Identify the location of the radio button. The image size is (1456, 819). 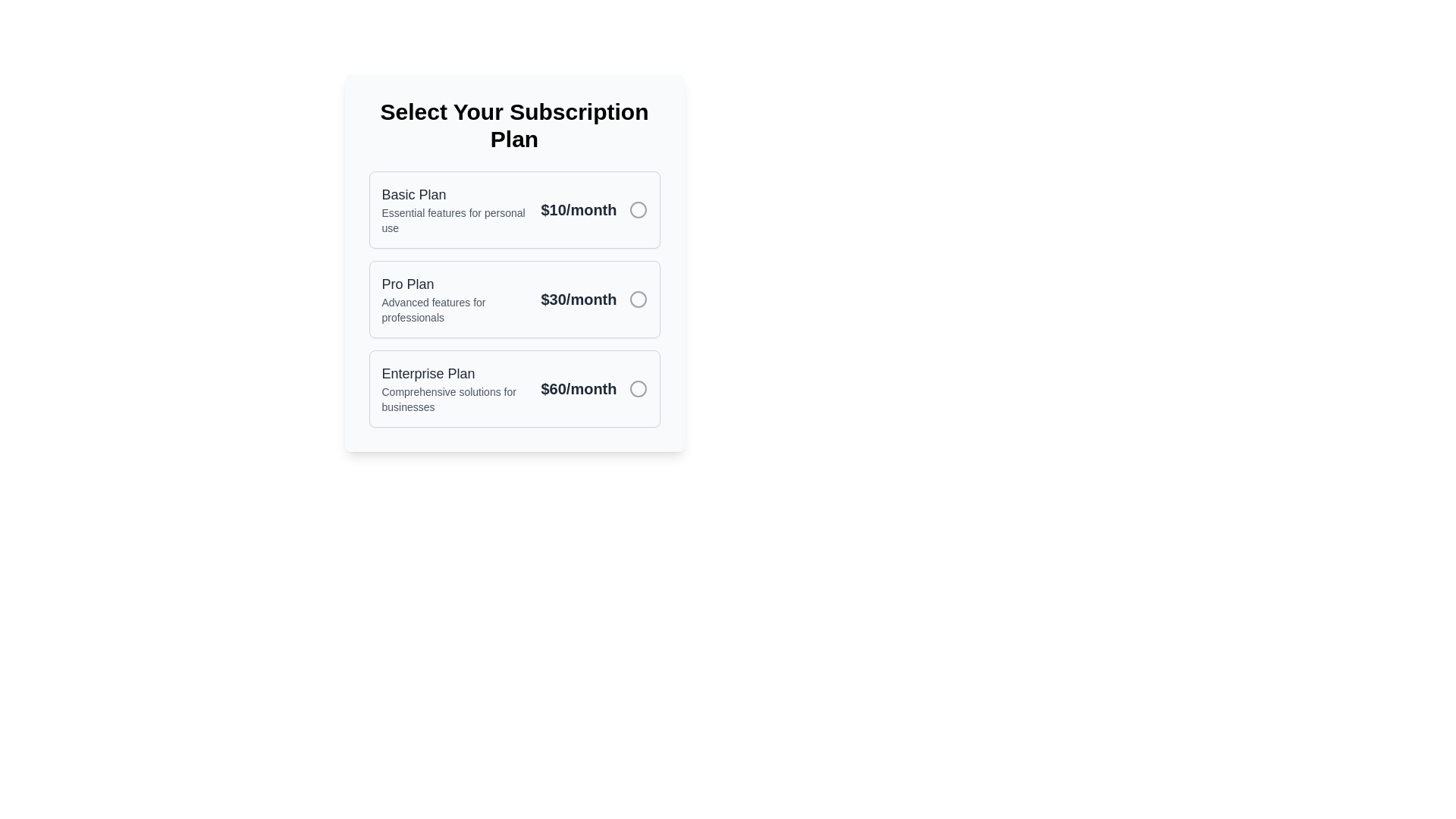
(514, 299).